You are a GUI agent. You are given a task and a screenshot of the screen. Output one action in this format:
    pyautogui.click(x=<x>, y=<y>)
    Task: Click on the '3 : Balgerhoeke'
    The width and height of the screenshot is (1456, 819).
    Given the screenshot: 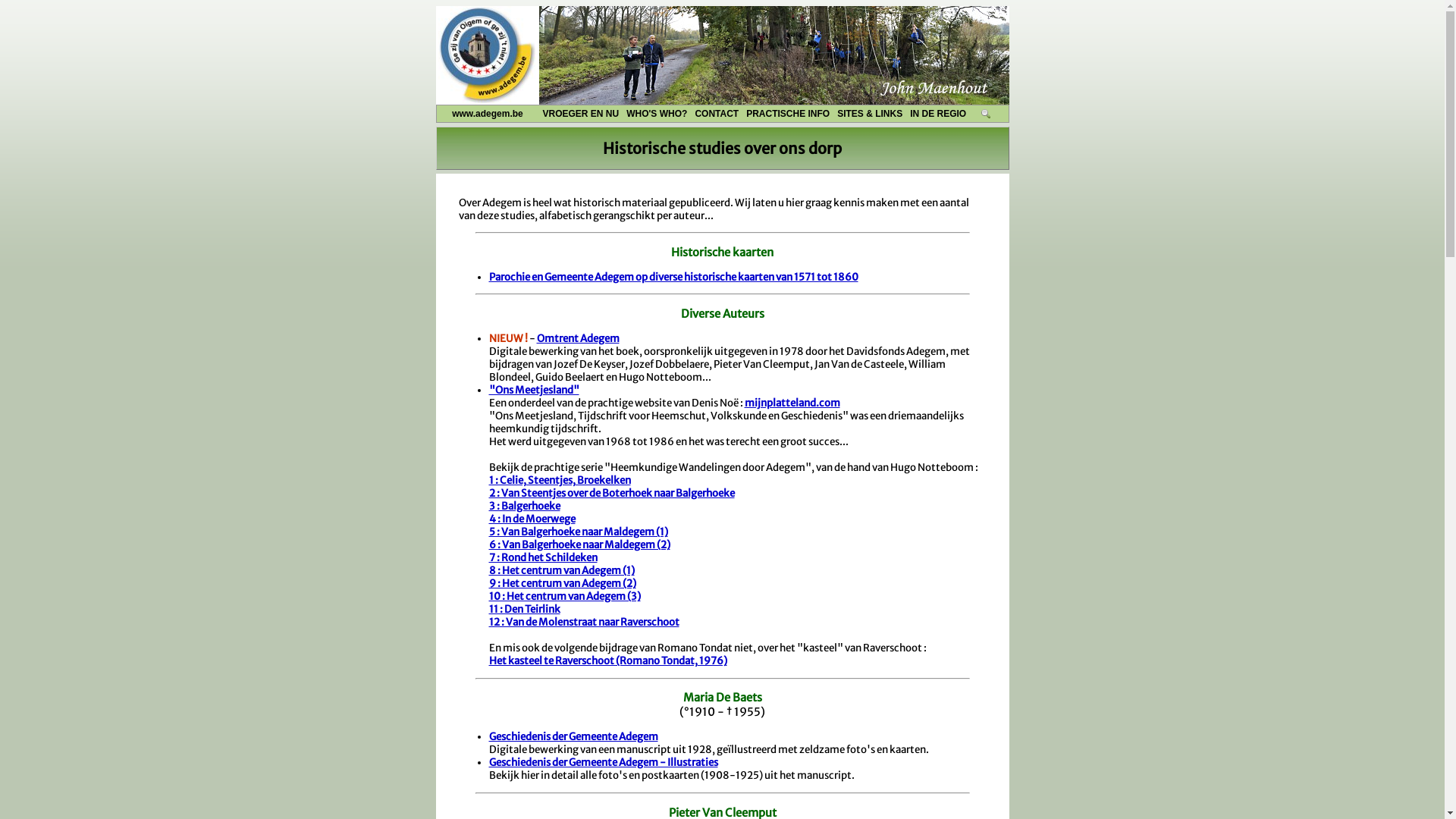 What is the action you would take?
    pyautogui.click(x=524, y=506)
    